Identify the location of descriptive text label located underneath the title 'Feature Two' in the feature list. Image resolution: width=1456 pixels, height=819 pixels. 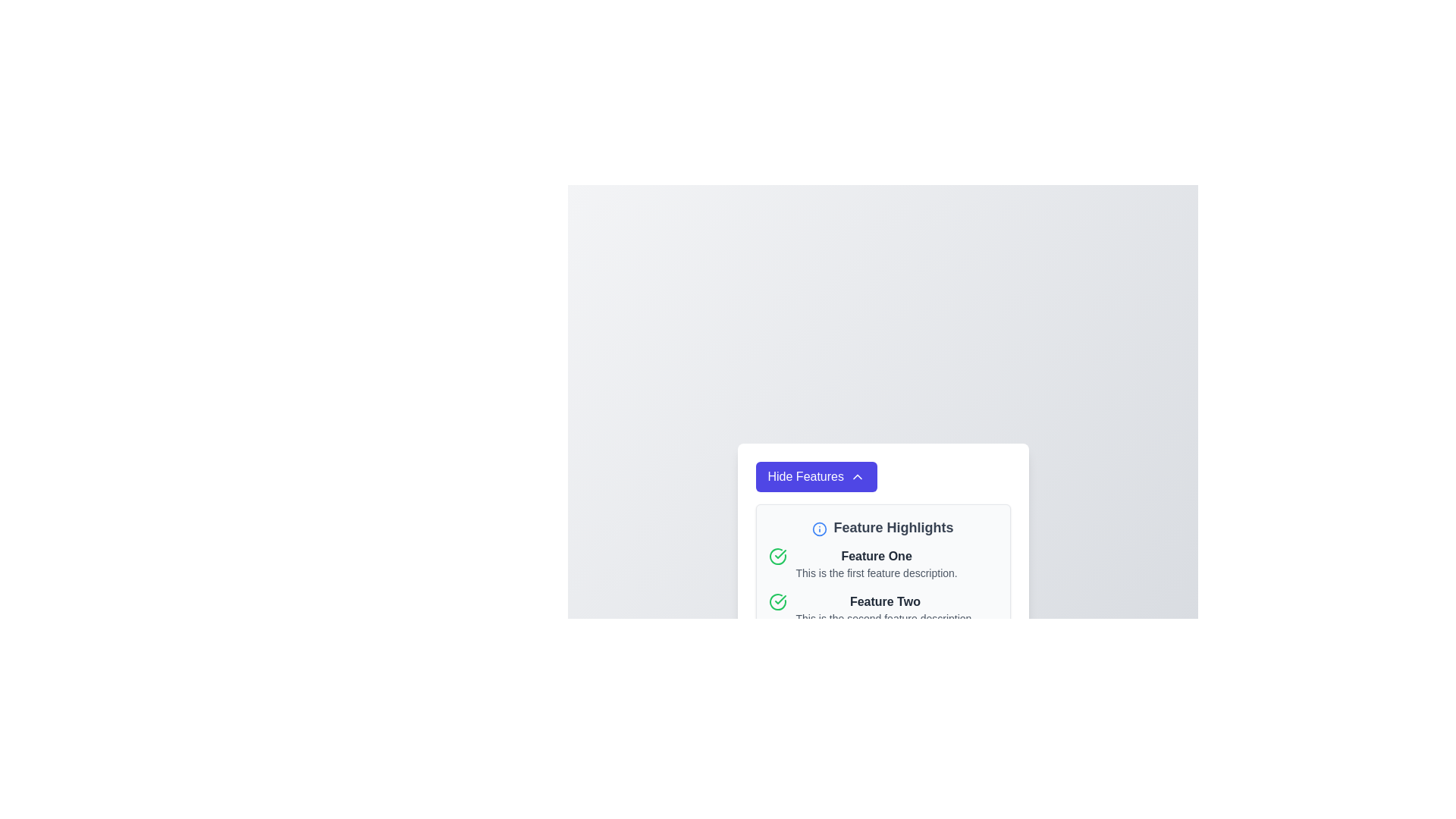
(885, 619).